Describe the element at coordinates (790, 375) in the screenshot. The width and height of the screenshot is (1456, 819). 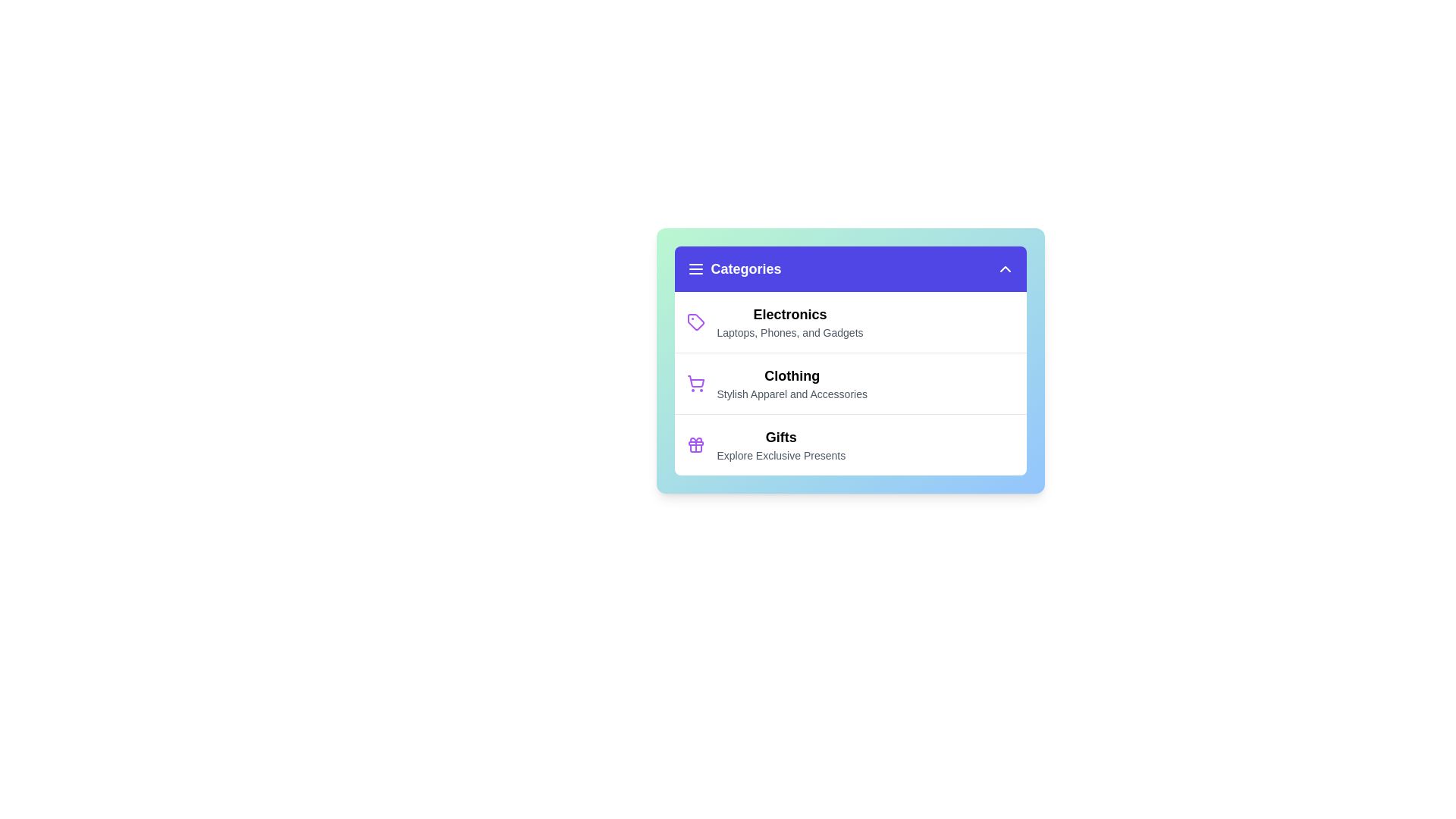
I see `the category Clothing by interacting with its title or description` at that location.